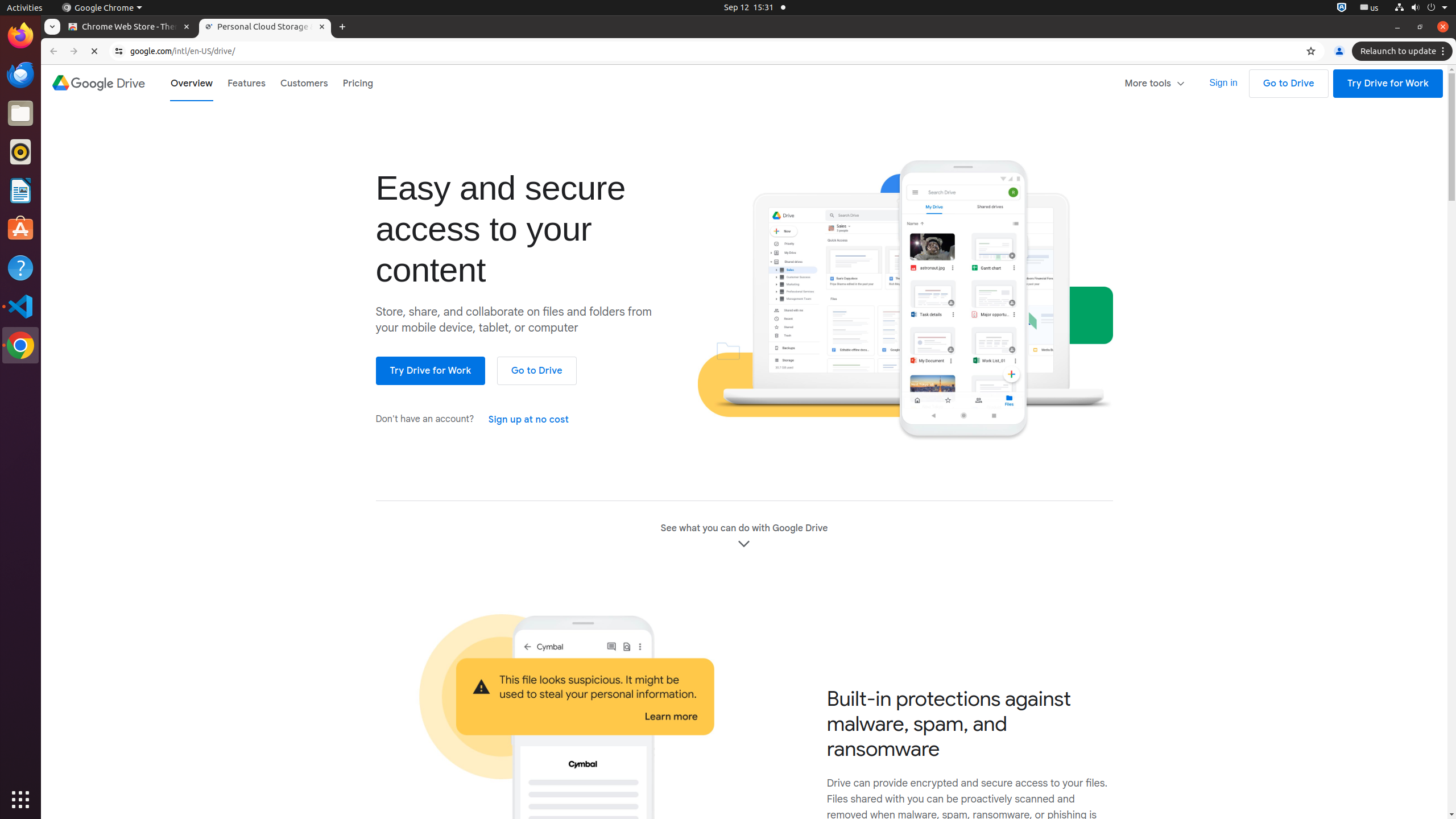  I want to click on 'You', so click(1338, 51).